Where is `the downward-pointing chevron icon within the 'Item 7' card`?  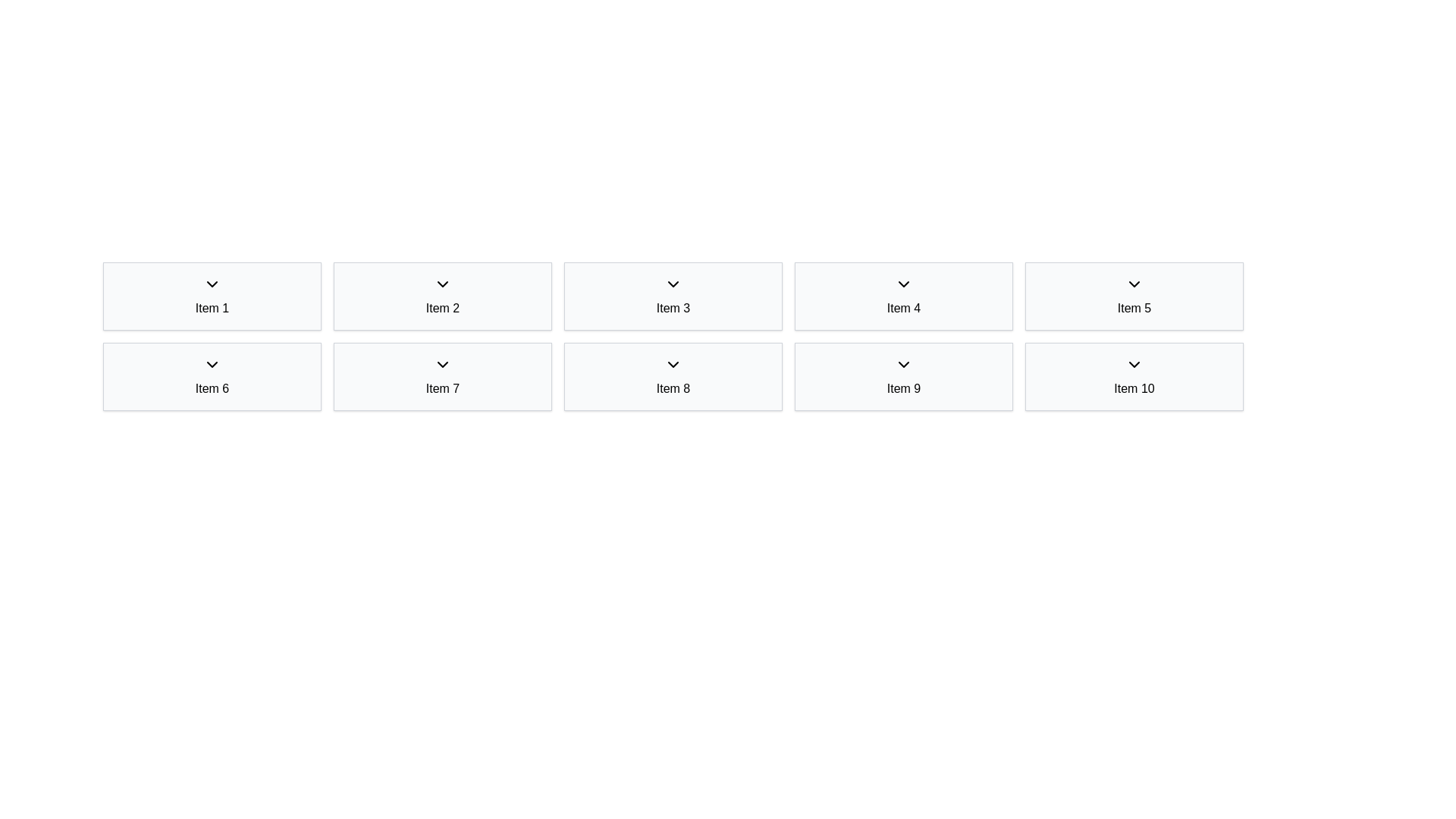 the downward-pointing chevron icon within the 'Item 7' card is located at coordinates (442, 365).